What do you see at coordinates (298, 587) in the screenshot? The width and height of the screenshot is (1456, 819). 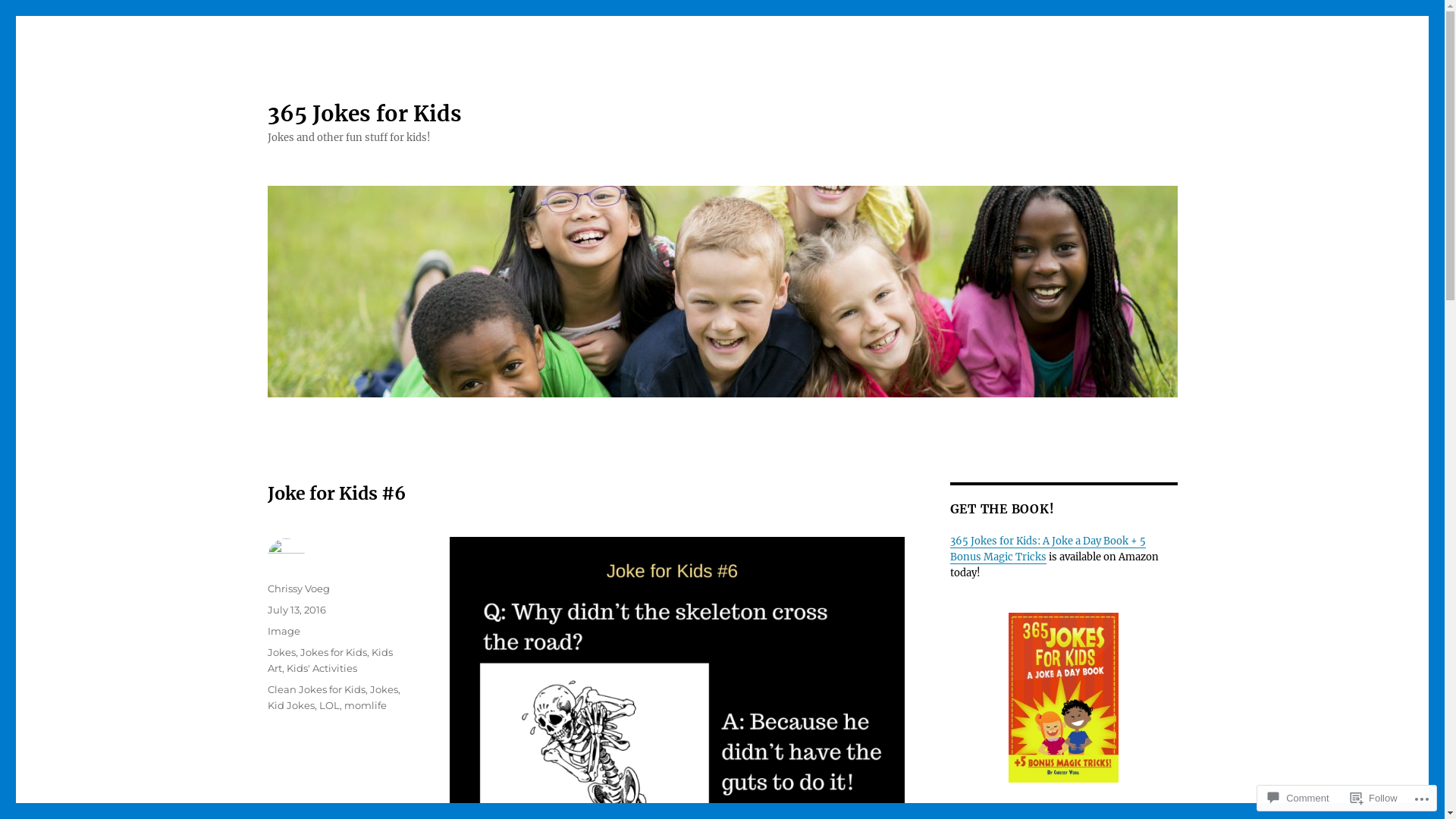 I see `'Chrissy Voeg'` at bounding box center [298, 587].